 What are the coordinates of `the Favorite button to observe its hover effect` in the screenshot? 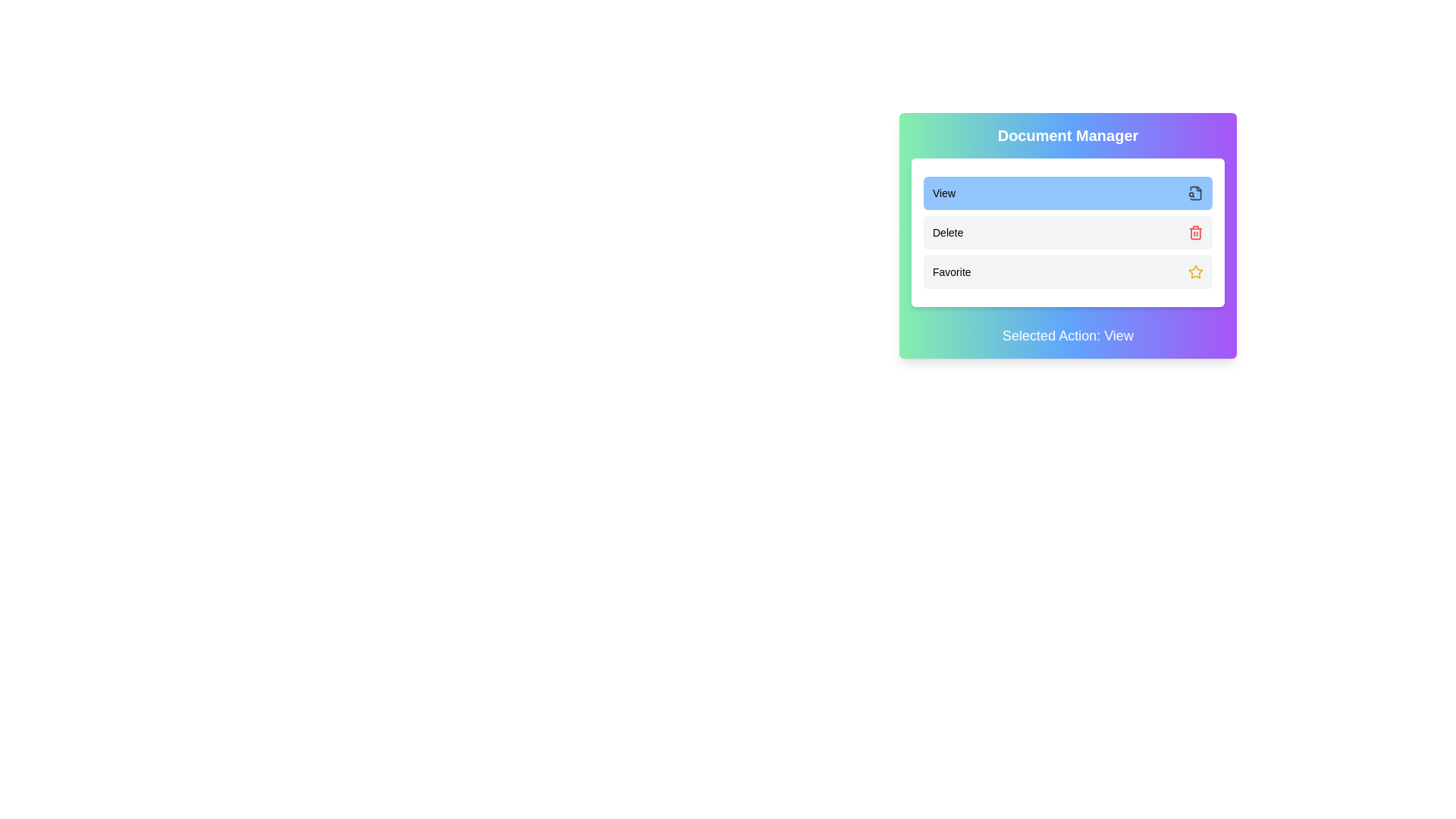 It's located at (1067, 271).